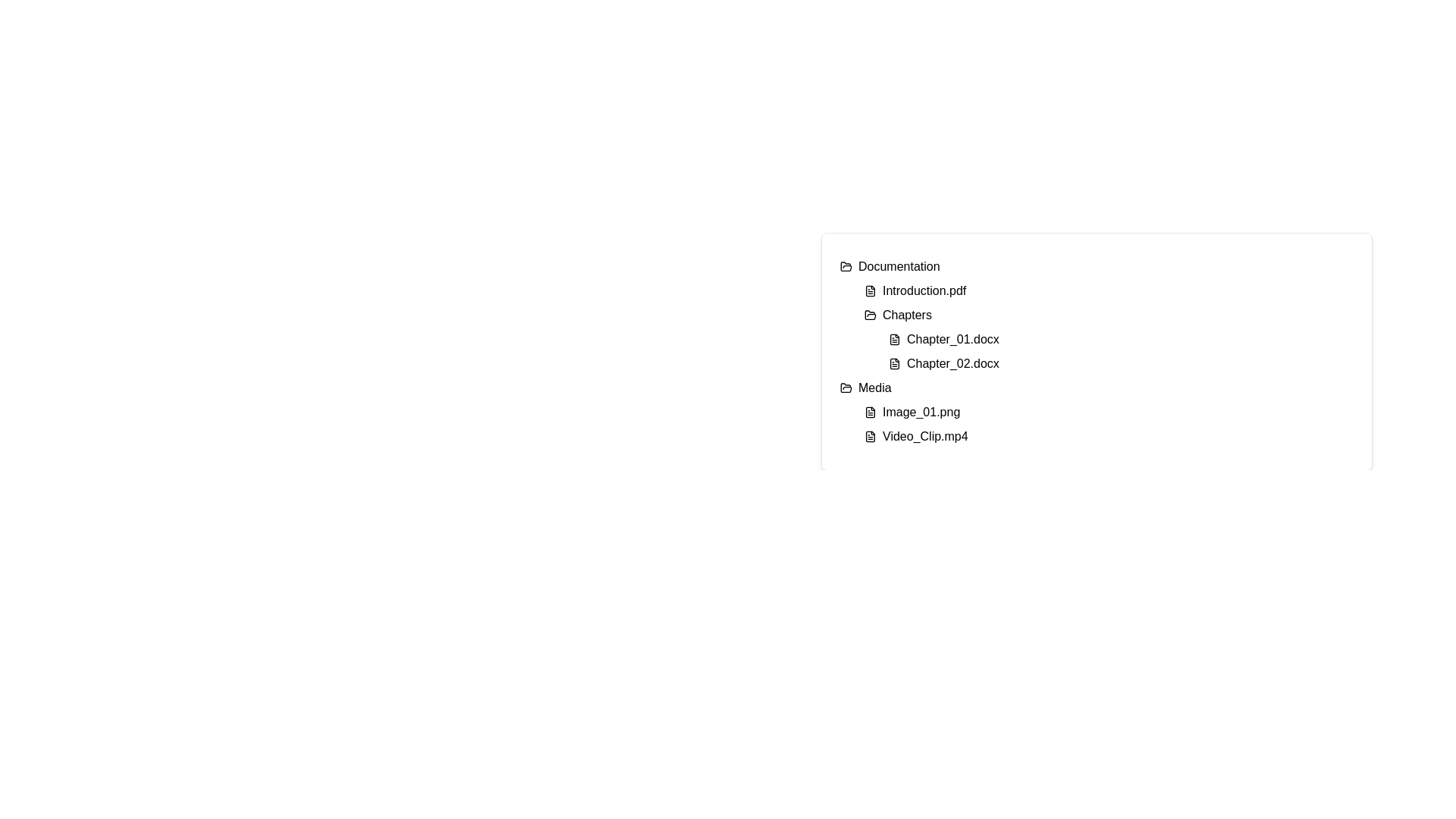 This screenshot has width=1456, height=819. Describe the element at coordinates (870, 291) in the screenshot. I see `the document icon labeled 'Introduction.pdf'` at that location.